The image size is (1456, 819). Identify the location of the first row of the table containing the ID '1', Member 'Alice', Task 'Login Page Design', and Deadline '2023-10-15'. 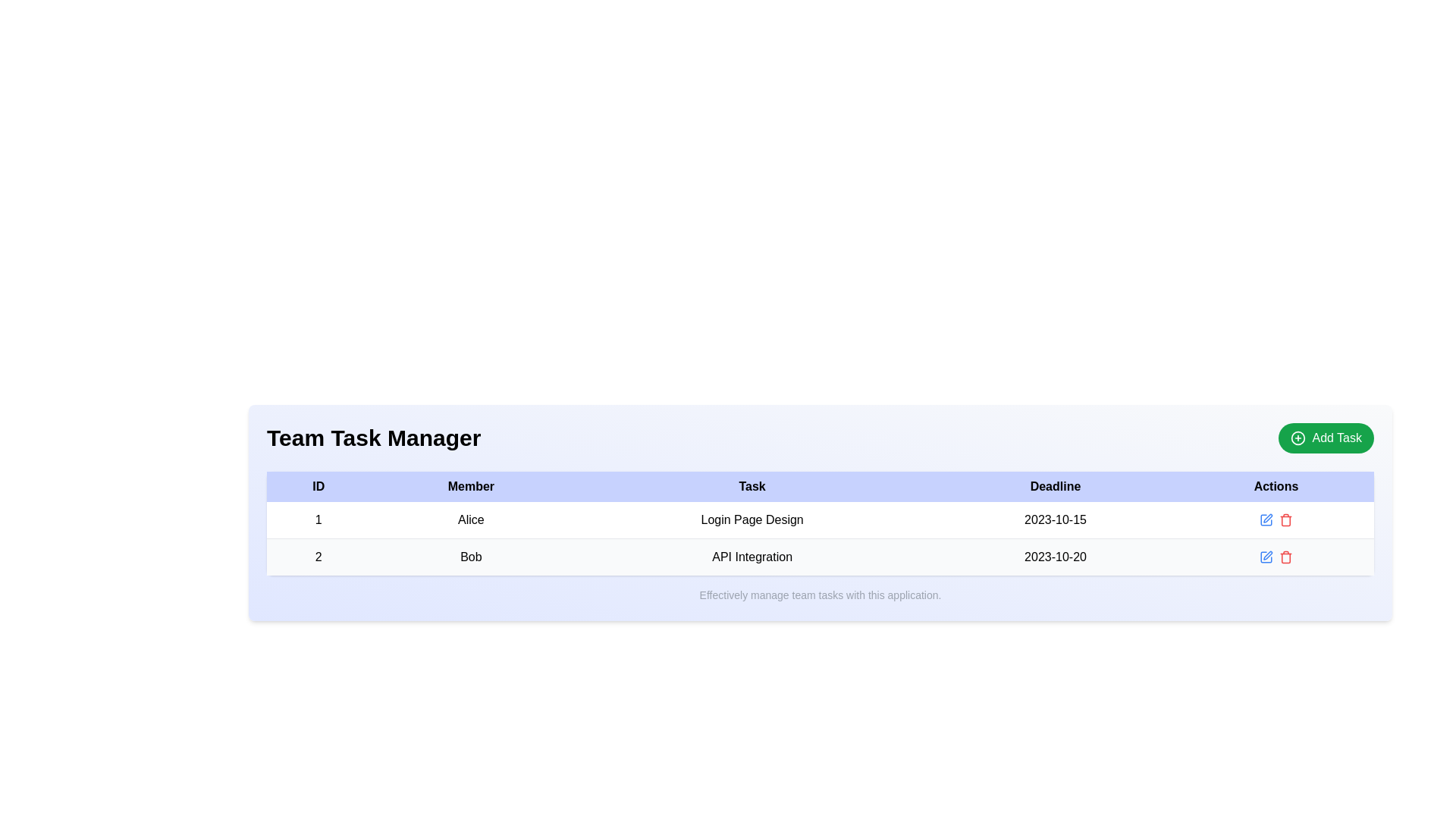
(819, 519).